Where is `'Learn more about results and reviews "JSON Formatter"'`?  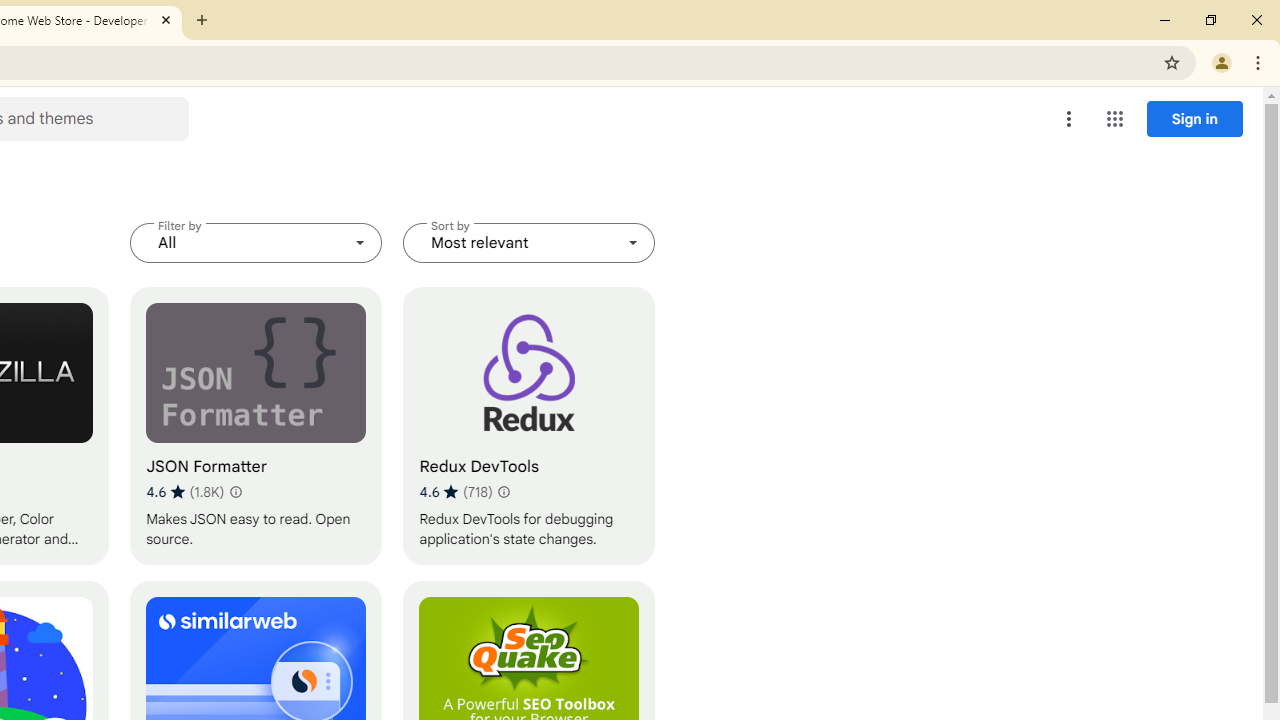
'Learn more about results and reviews "JSON Formatter"' is located at coordinates (236, 492).